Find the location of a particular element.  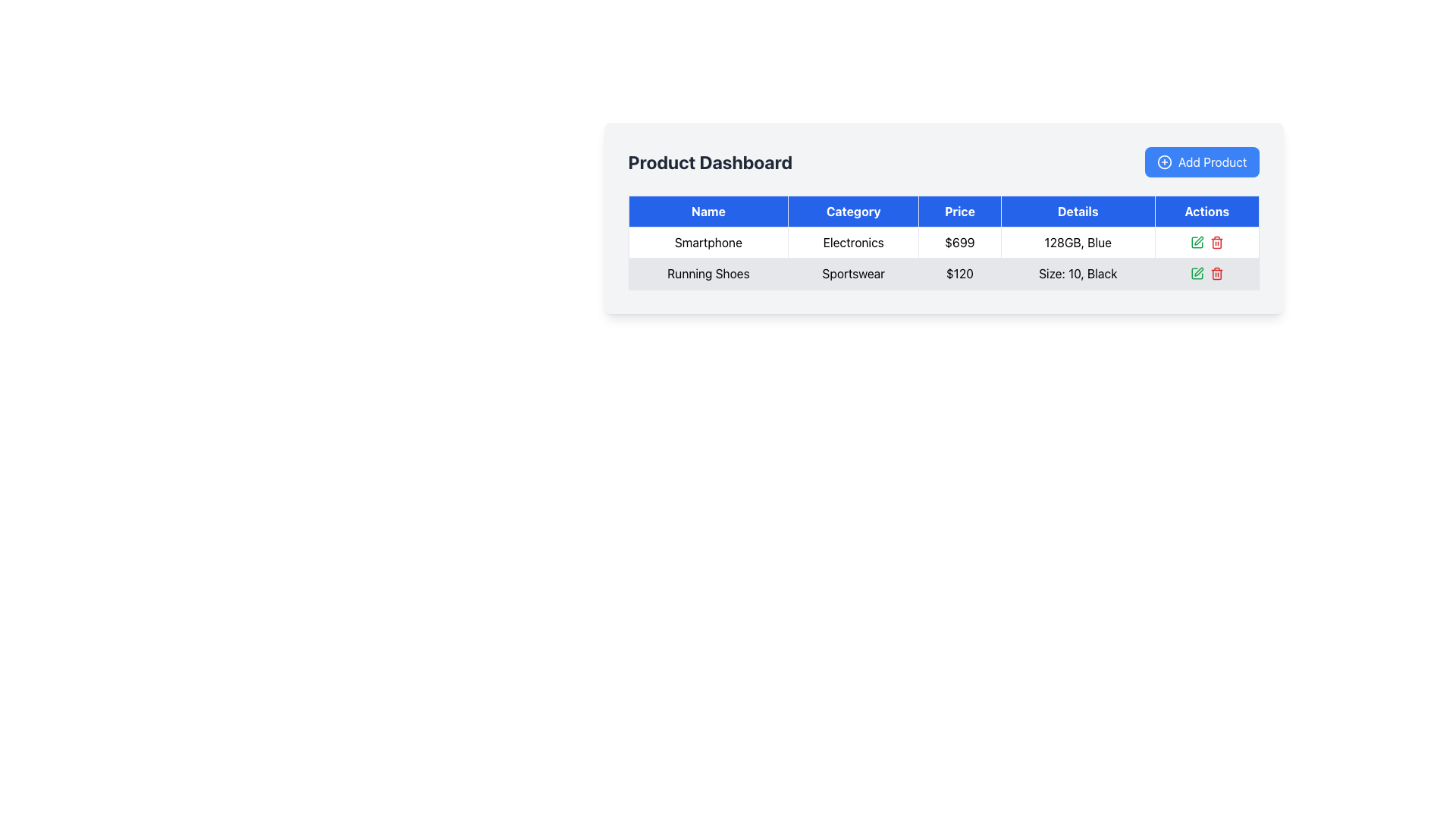

the 'Category' text label in the table header, which is styled with a blue background and bold white text, located in the second position among the header cells is located at coordinates (853, 211).